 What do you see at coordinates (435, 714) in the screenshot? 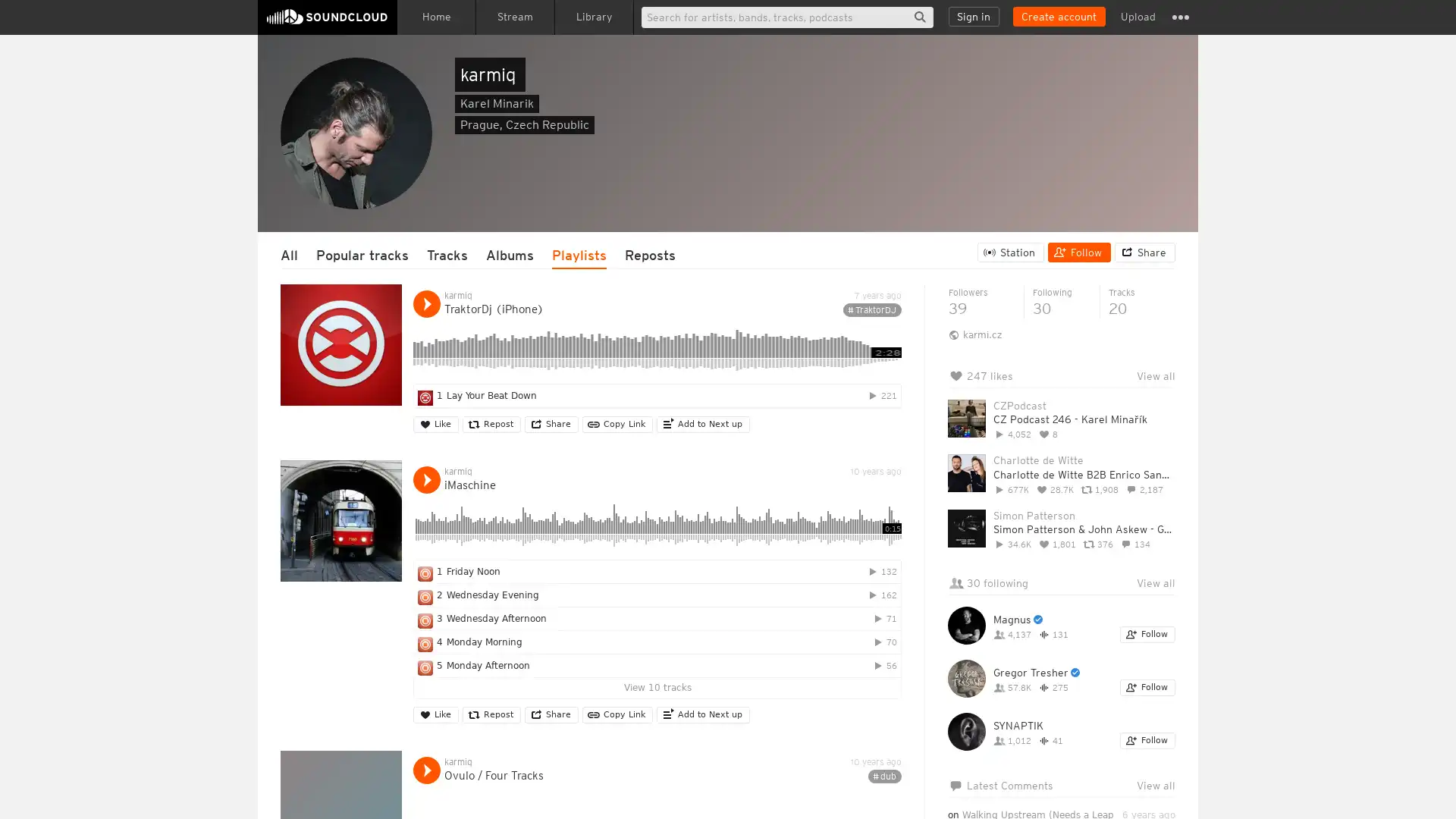
I see `Like` at bounding box center [435, 714].